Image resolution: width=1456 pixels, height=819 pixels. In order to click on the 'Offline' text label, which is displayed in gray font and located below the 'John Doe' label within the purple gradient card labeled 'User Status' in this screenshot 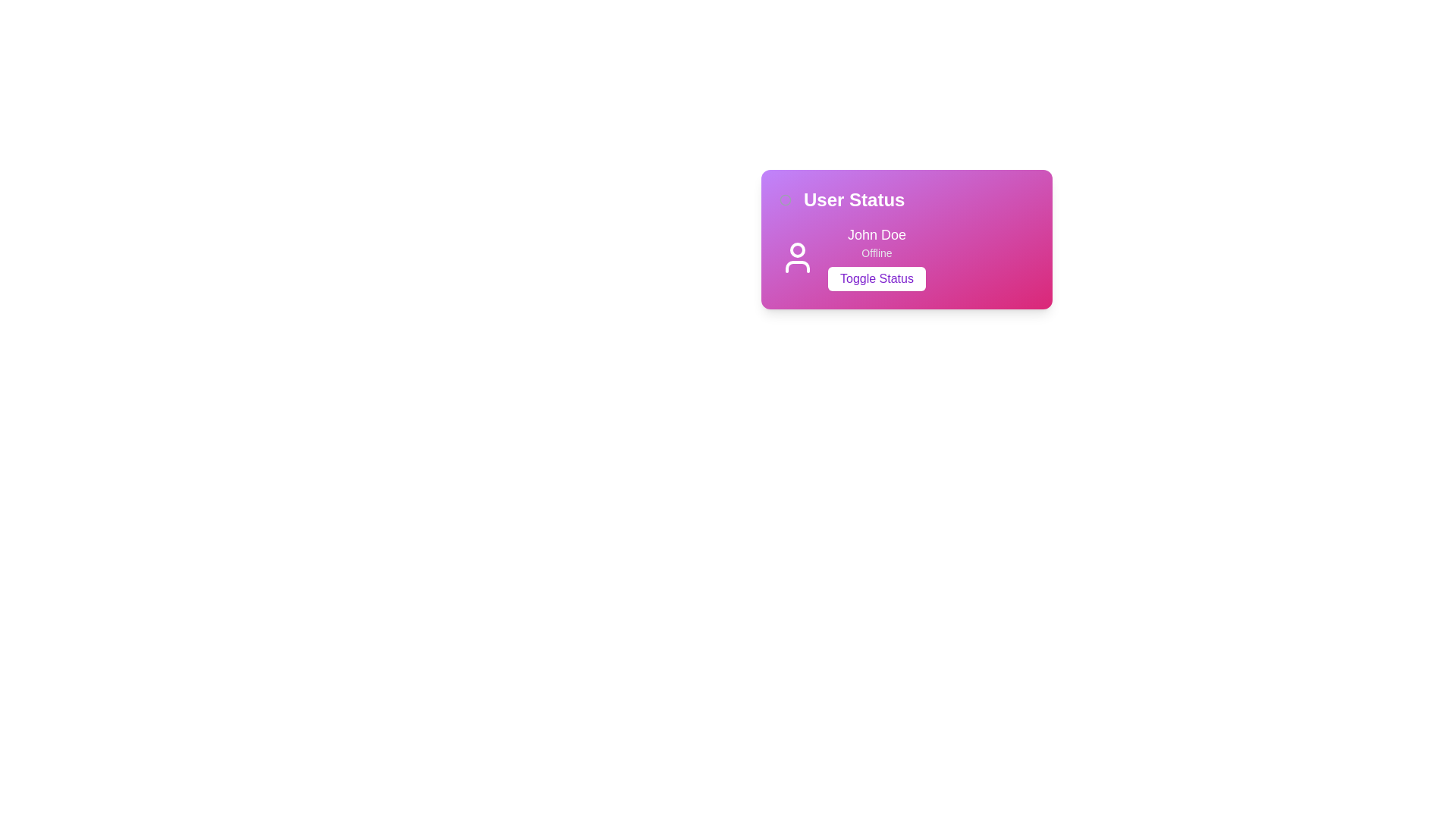, I will do `click(877, 253)`.